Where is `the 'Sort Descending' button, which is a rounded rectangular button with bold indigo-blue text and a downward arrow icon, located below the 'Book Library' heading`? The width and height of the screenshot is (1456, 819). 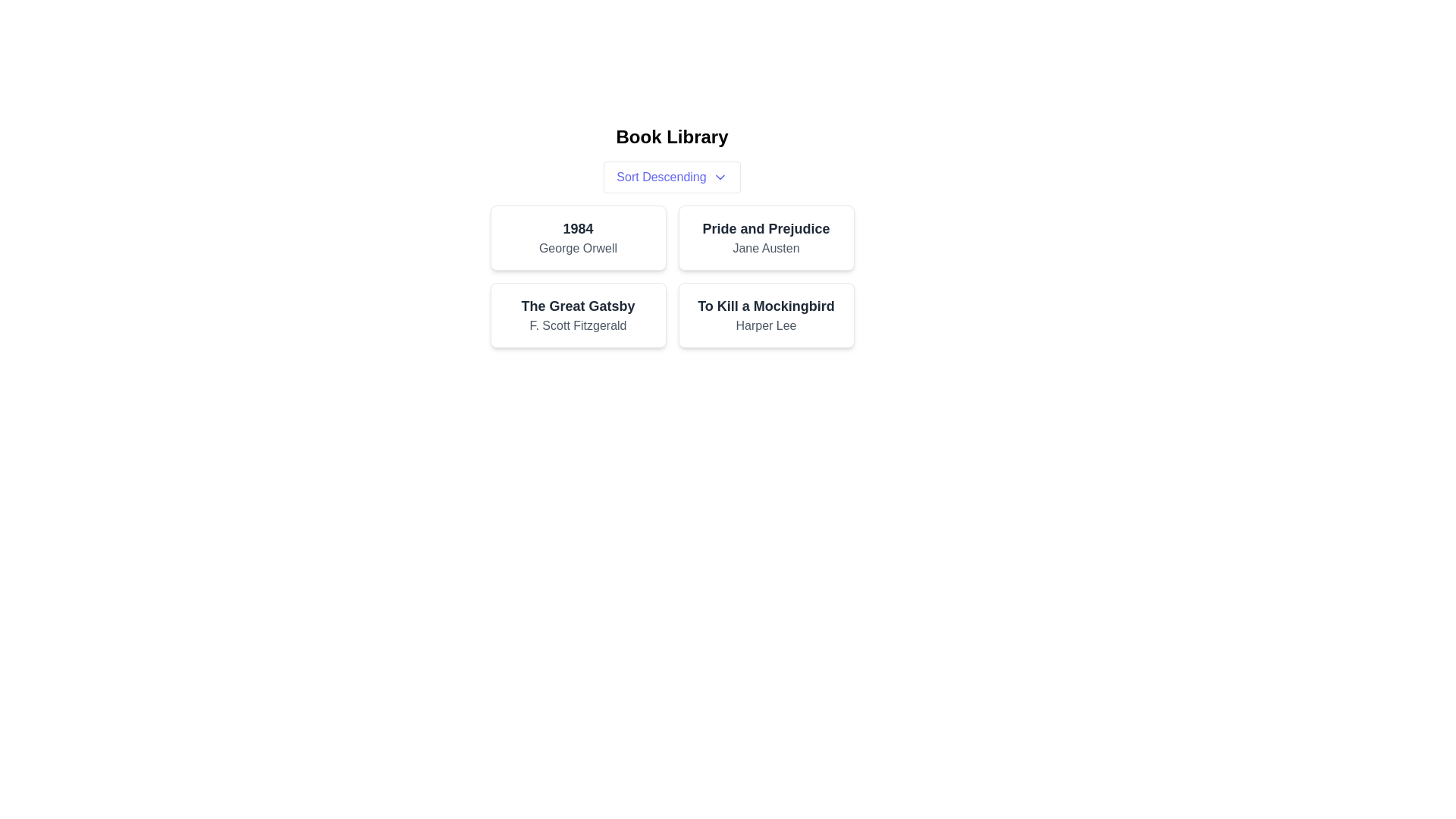 the 'Sort Descending' button, which is a rounded rectangular button with bold indigo-blue text and a downward arrow icon, located below the 'Book Library' heading is located at coordinates (671, 177).